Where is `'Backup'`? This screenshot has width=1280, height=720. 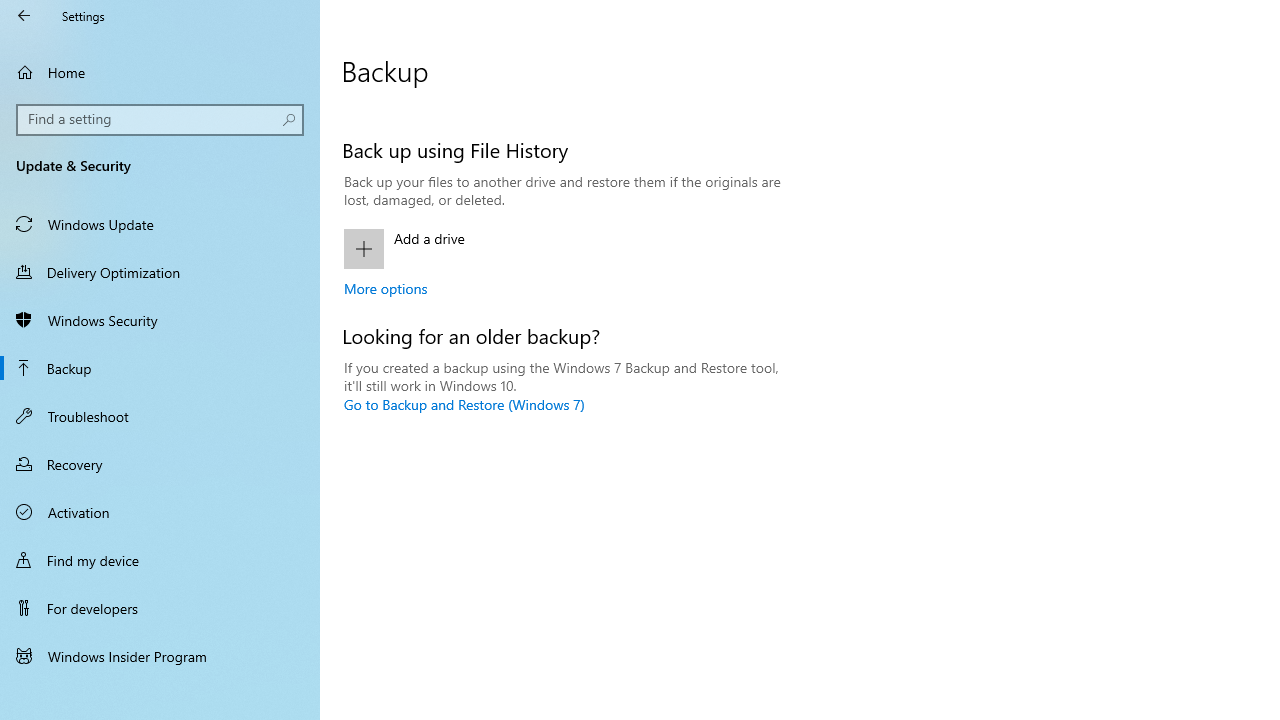
'Backup' is located at coordinates (160, 367).